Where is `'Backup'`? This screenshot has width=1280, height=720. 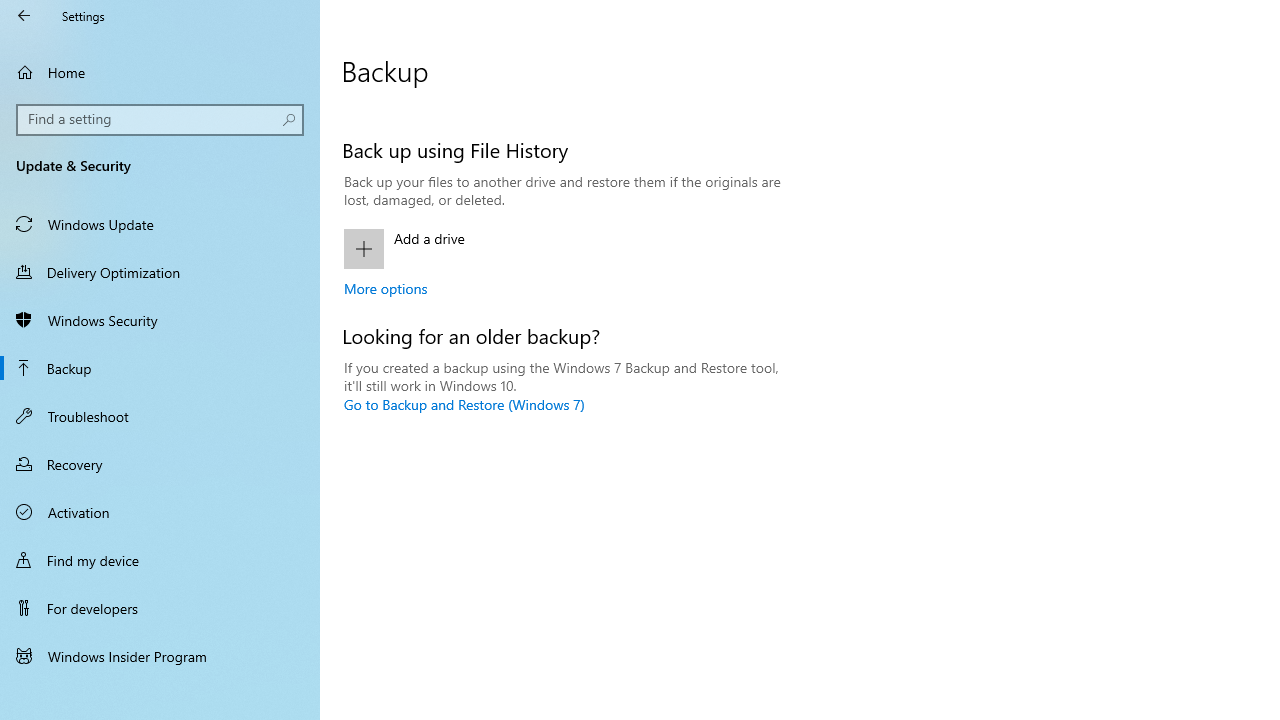
'Backup' is located at coordinates (160, 367).